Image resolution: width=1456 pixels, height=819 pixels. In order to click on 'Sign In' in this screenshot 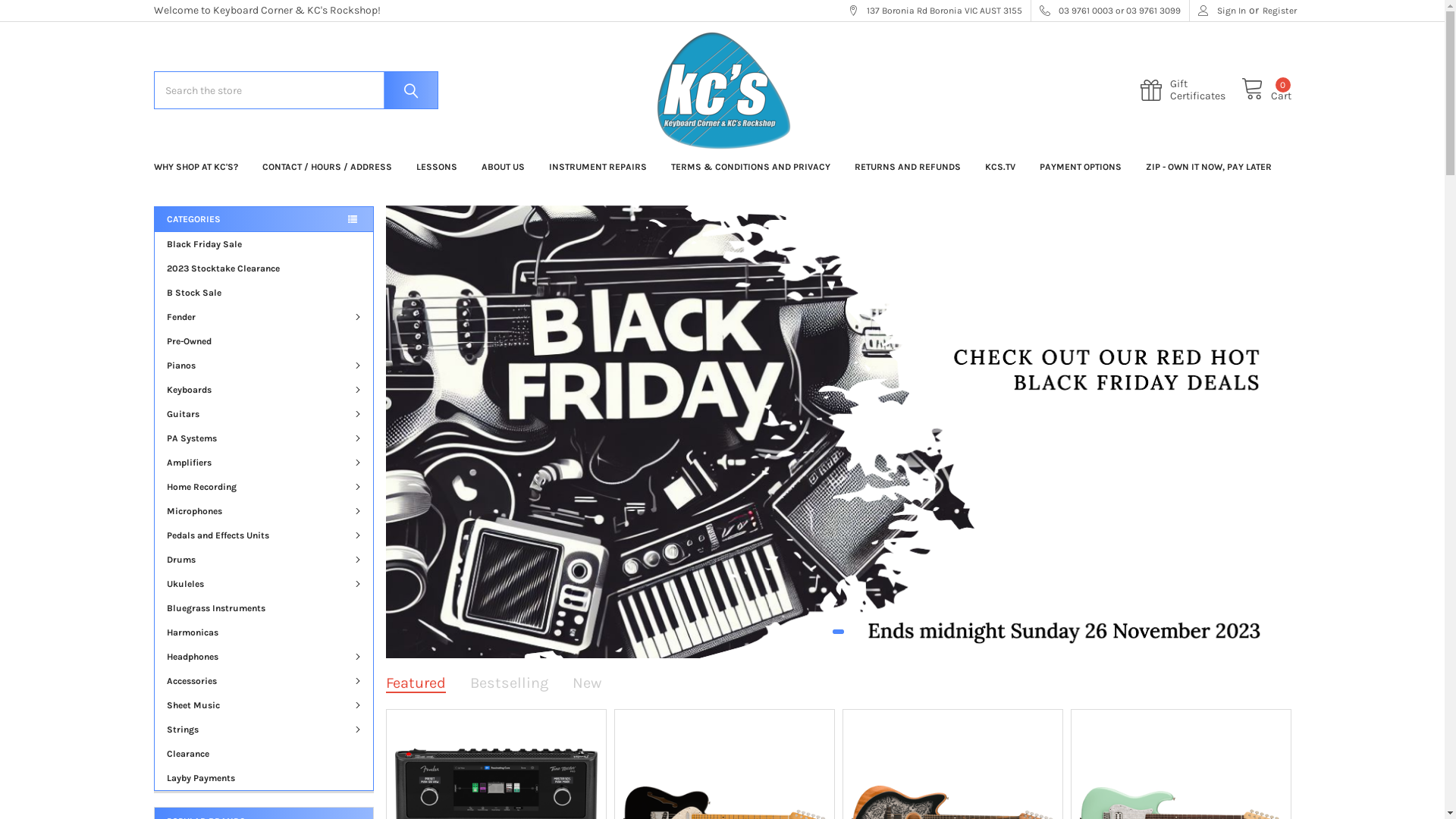, I will do `click(1222, 11)`.